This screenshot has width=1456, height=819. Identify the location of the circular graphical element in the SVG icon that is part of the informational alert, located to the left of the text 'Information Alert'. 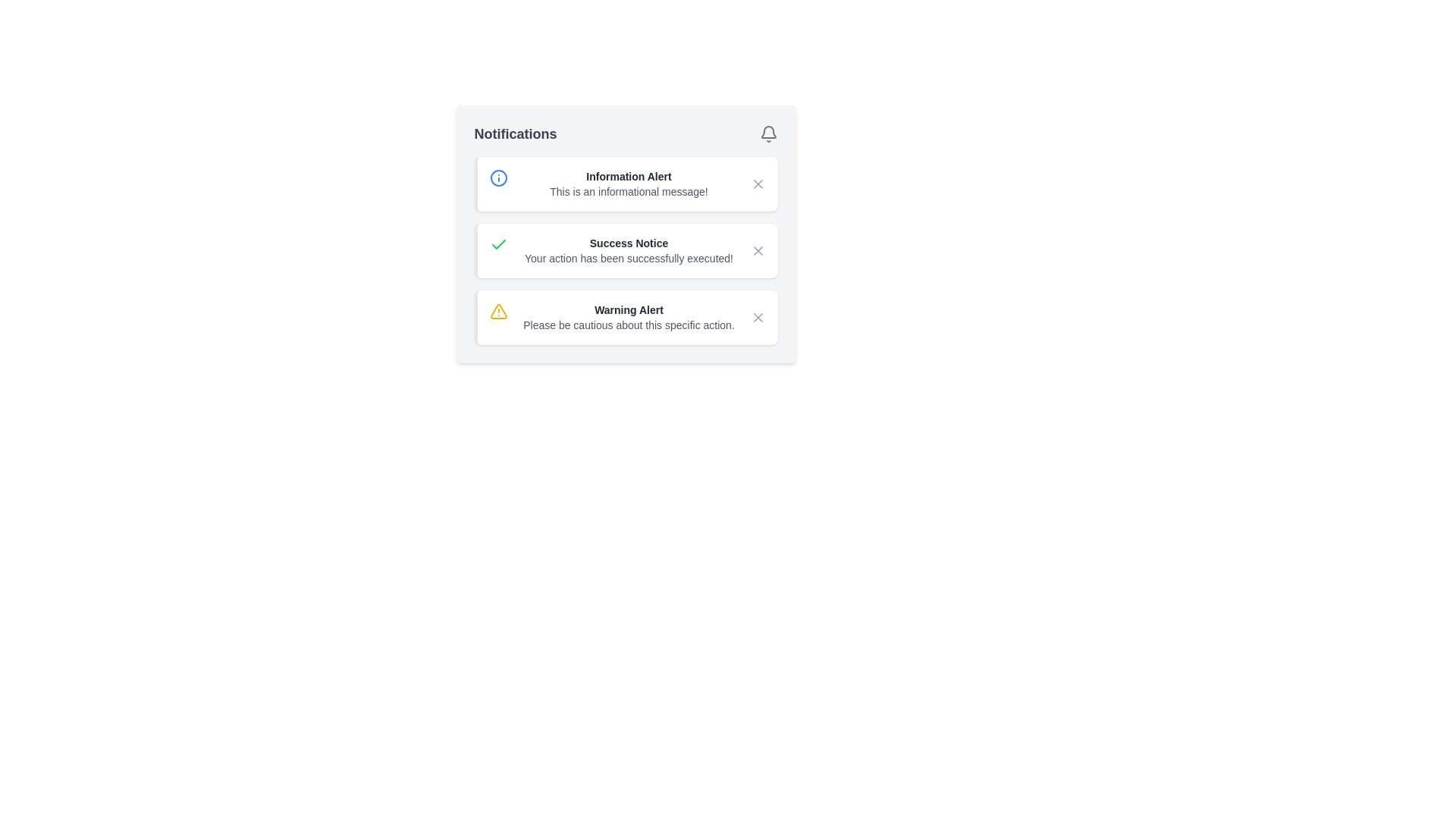
(498, 177).